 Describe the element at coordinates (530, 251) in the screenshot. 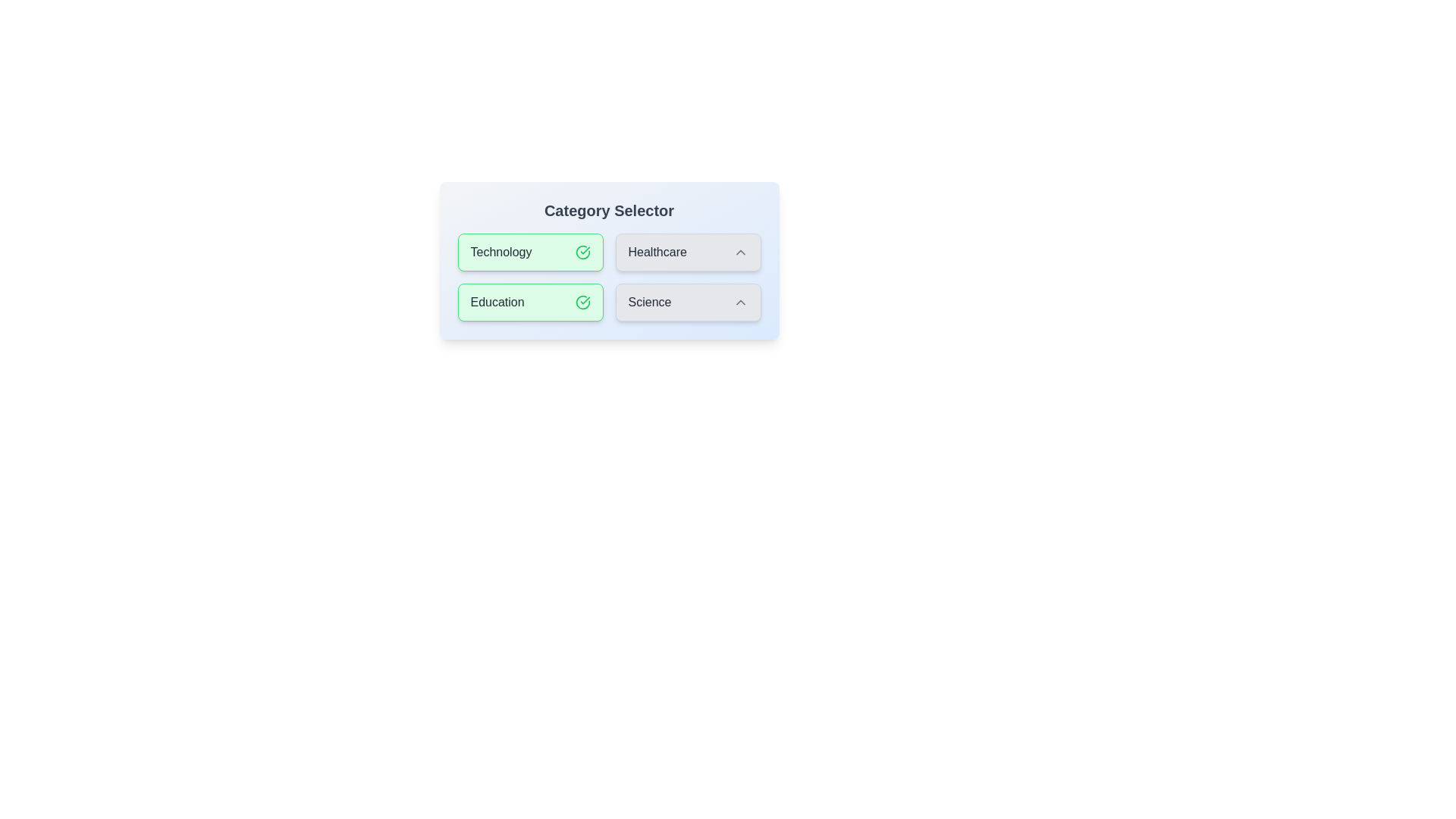

I see `the category Technology to observe the hover effect` at that location.